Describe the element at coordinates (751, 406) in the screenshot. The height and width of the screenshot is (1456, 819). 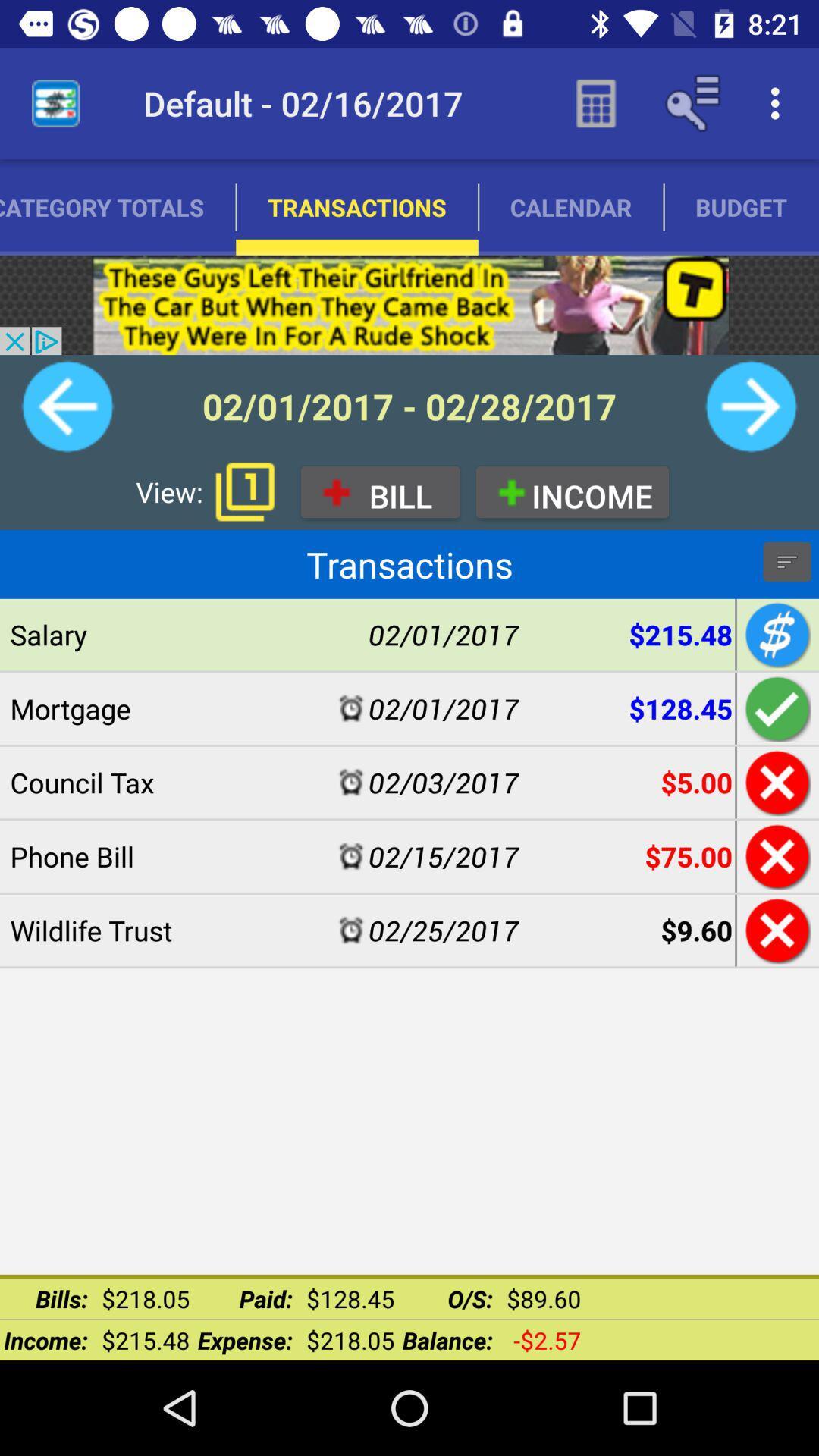
I see `the arrow_forward icon` at that location.